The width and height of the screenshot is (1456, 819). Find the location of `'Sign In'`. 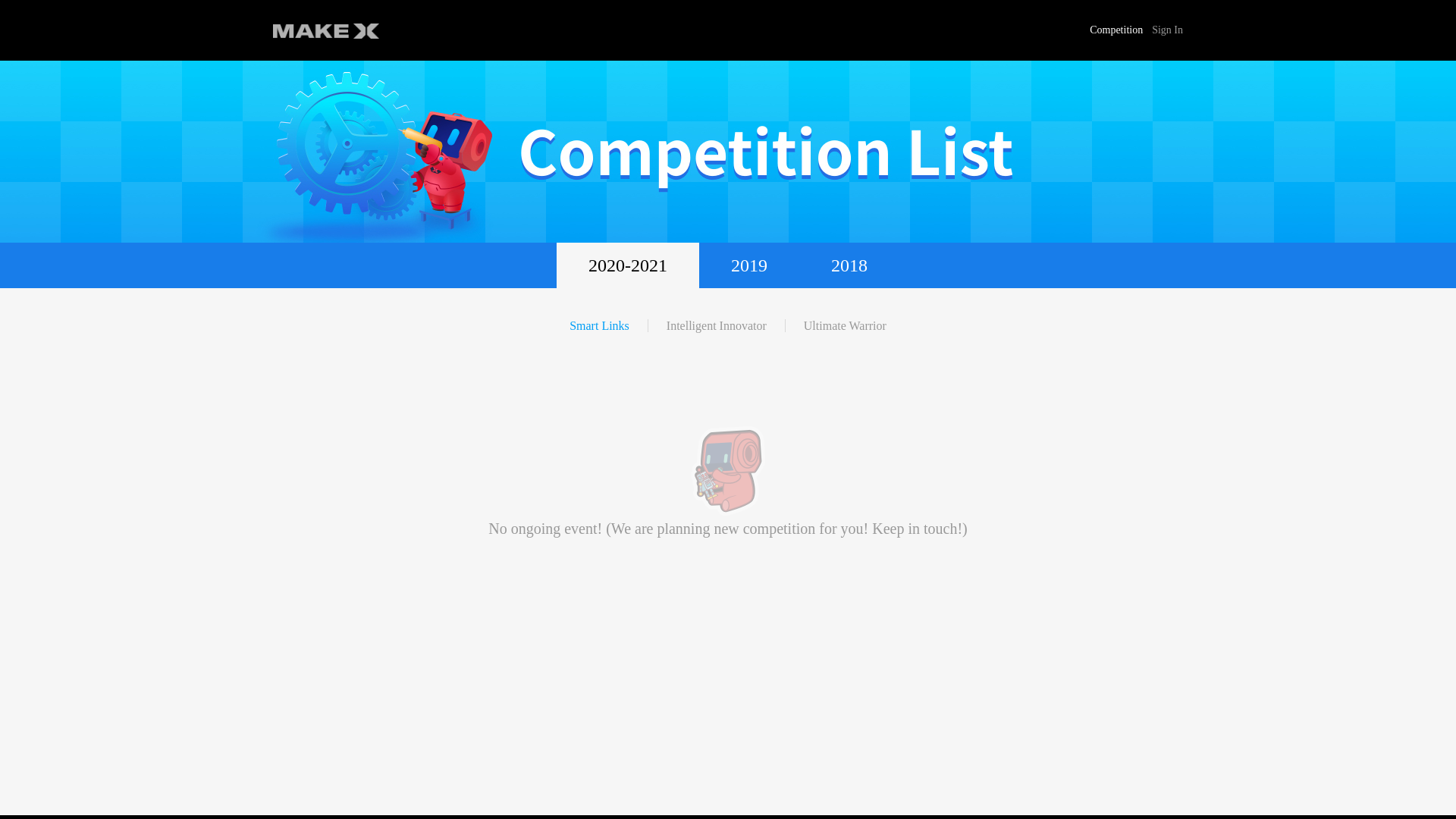

'Sign In' is located at coordinates (1166, 30).